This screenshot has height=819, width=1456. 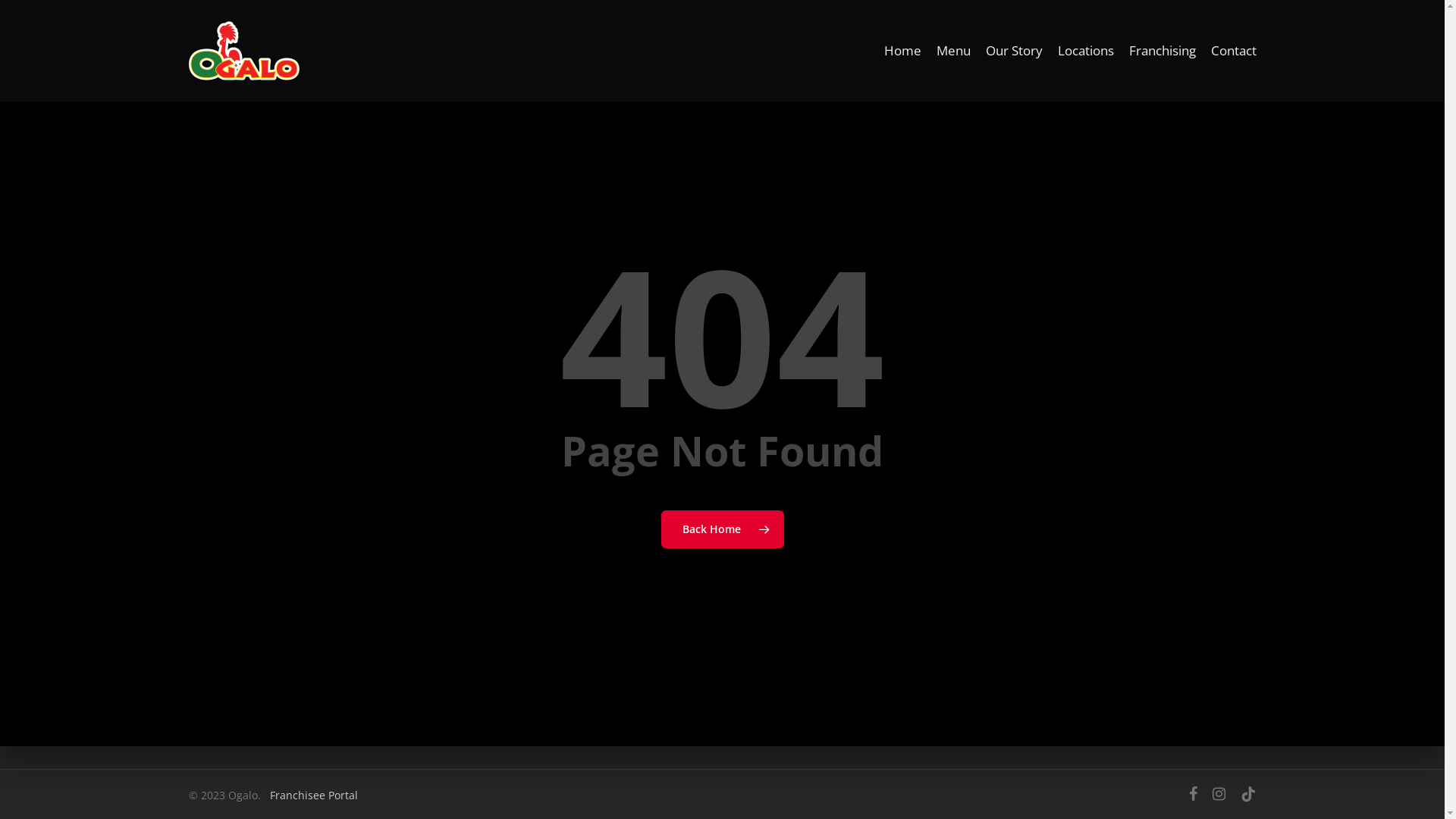 I want to click on 'Franchising', so click(x=1160, y=49).